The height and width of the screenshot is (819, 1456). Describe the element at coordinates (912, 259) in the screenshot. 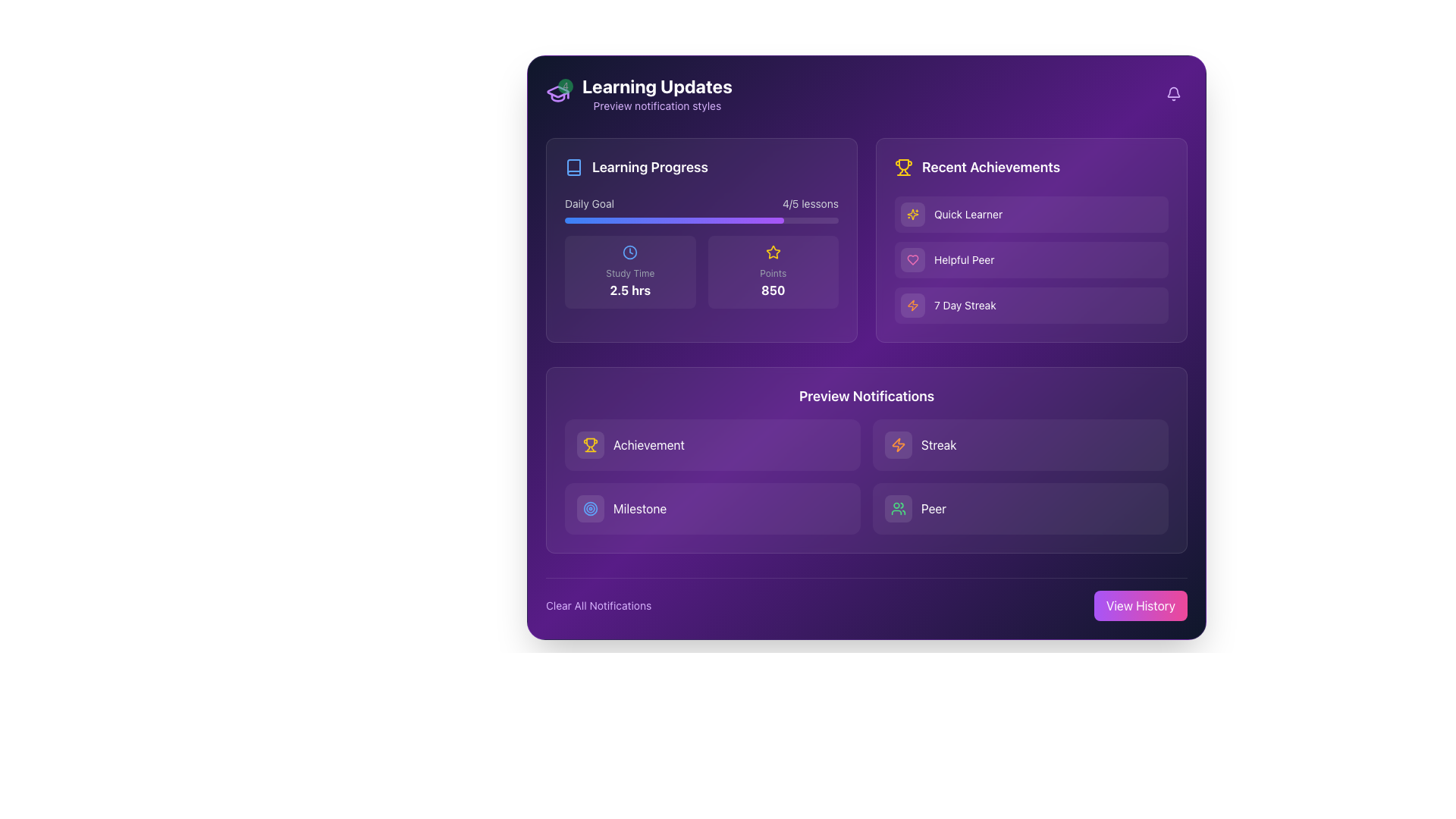

I see `the heart icon located within the light pink rounded box at the bottom right of the interface` at that location.